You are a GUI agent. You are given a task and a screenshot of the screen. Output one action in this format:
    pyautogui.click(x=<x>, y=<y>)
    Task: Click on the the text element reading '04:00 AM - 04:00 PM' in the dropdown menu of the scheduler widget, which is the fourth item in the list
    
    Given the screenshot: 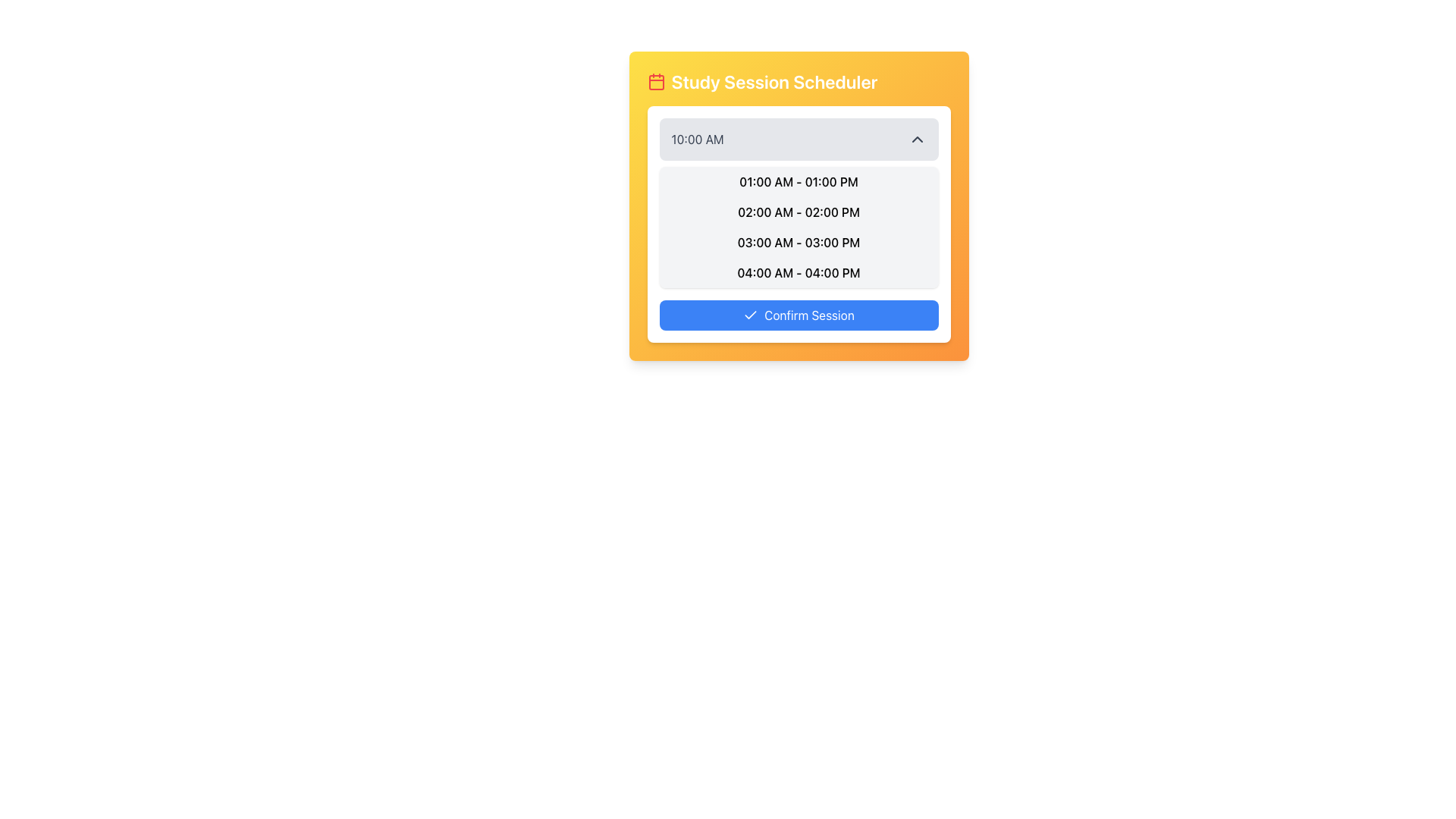 What is the action you would take?
    pyautogui.click(x=798, y=271)
    